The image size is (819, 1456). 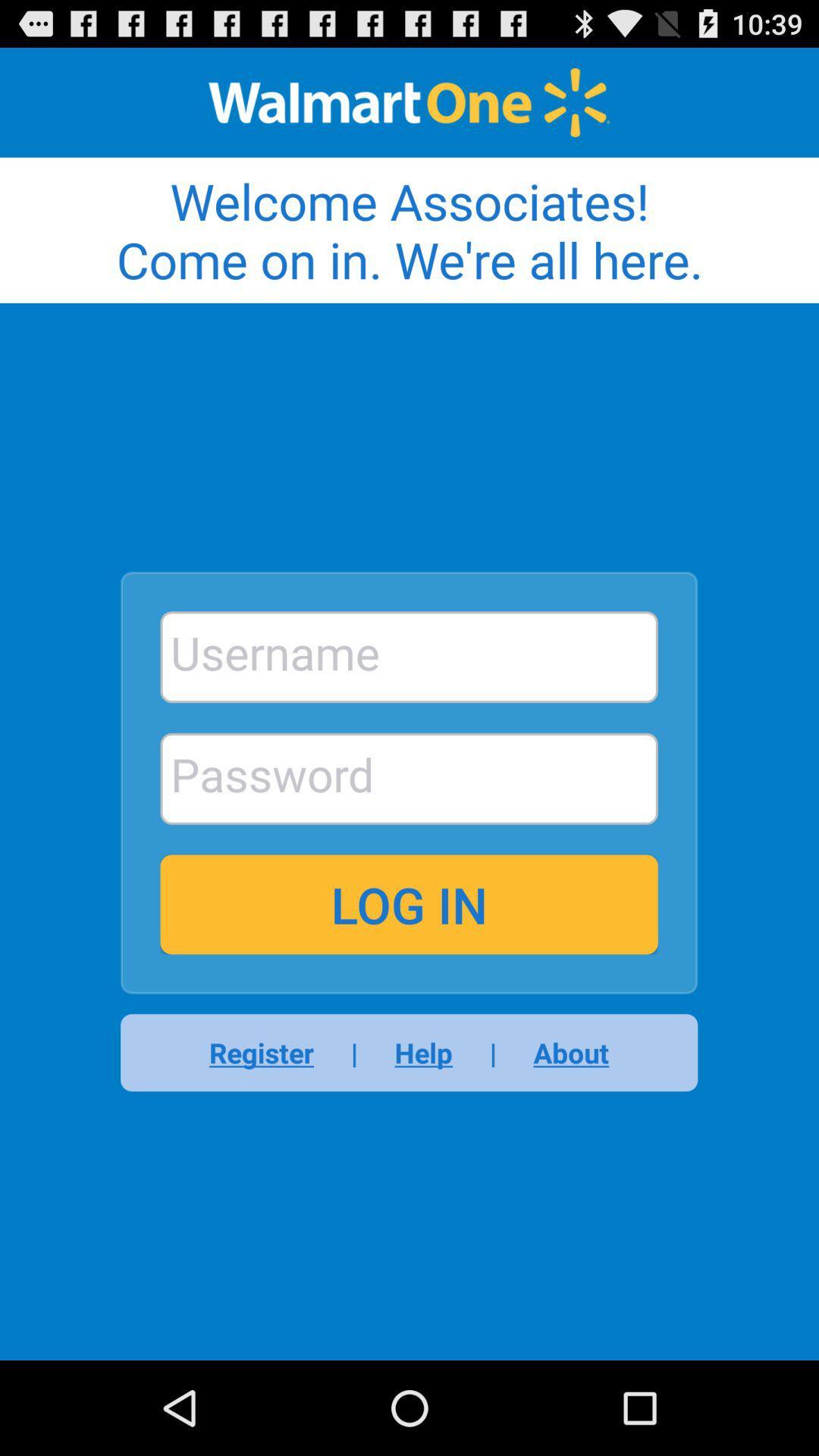 What do you see at coordinates (561, 1052) in the screenshot?
I see `item next to the | item` at bounding box center [561, 1052].